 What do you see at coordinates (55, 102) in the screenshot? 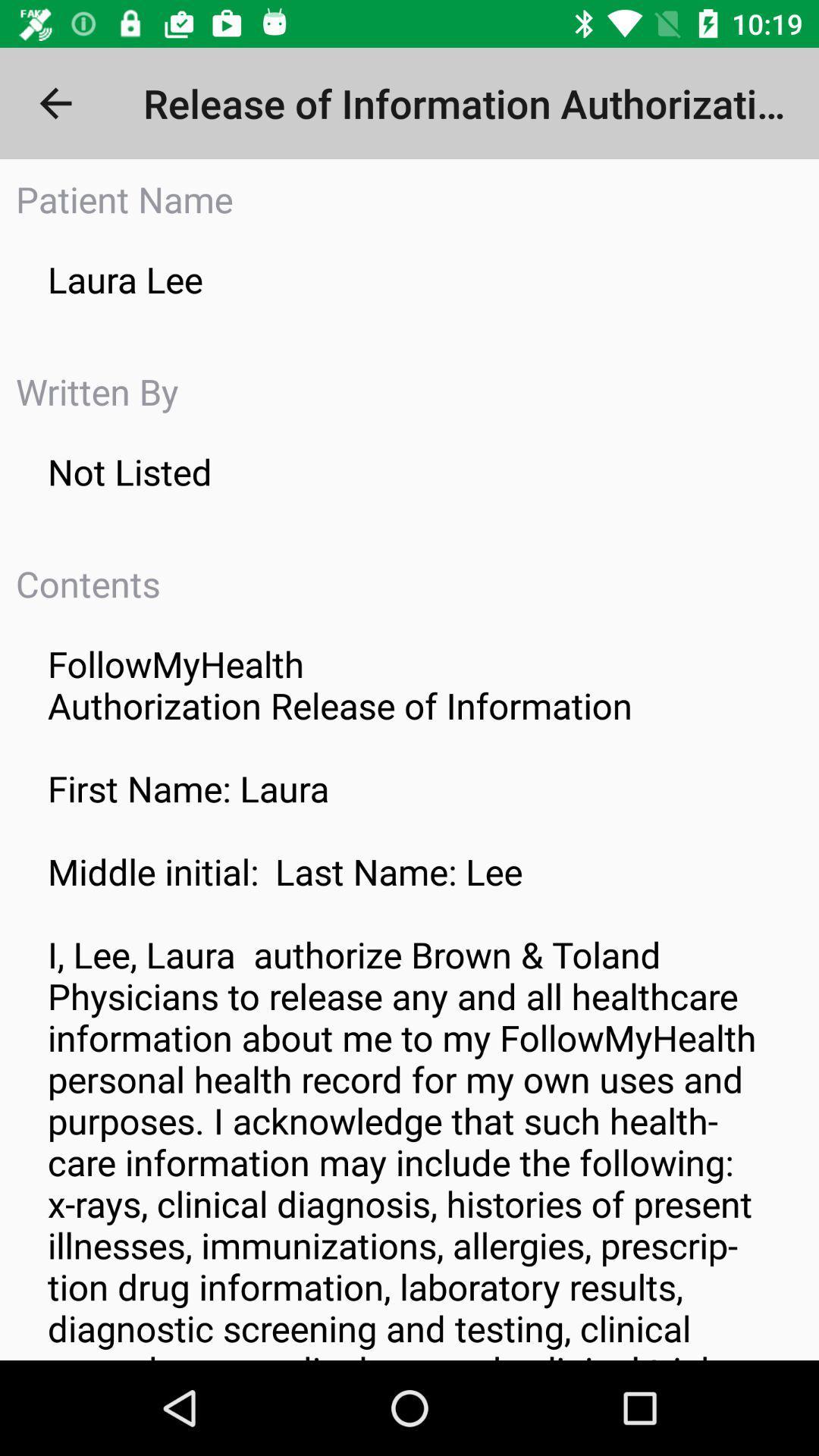
I see `item above the patient name icon` at bounding box center [55, 102].